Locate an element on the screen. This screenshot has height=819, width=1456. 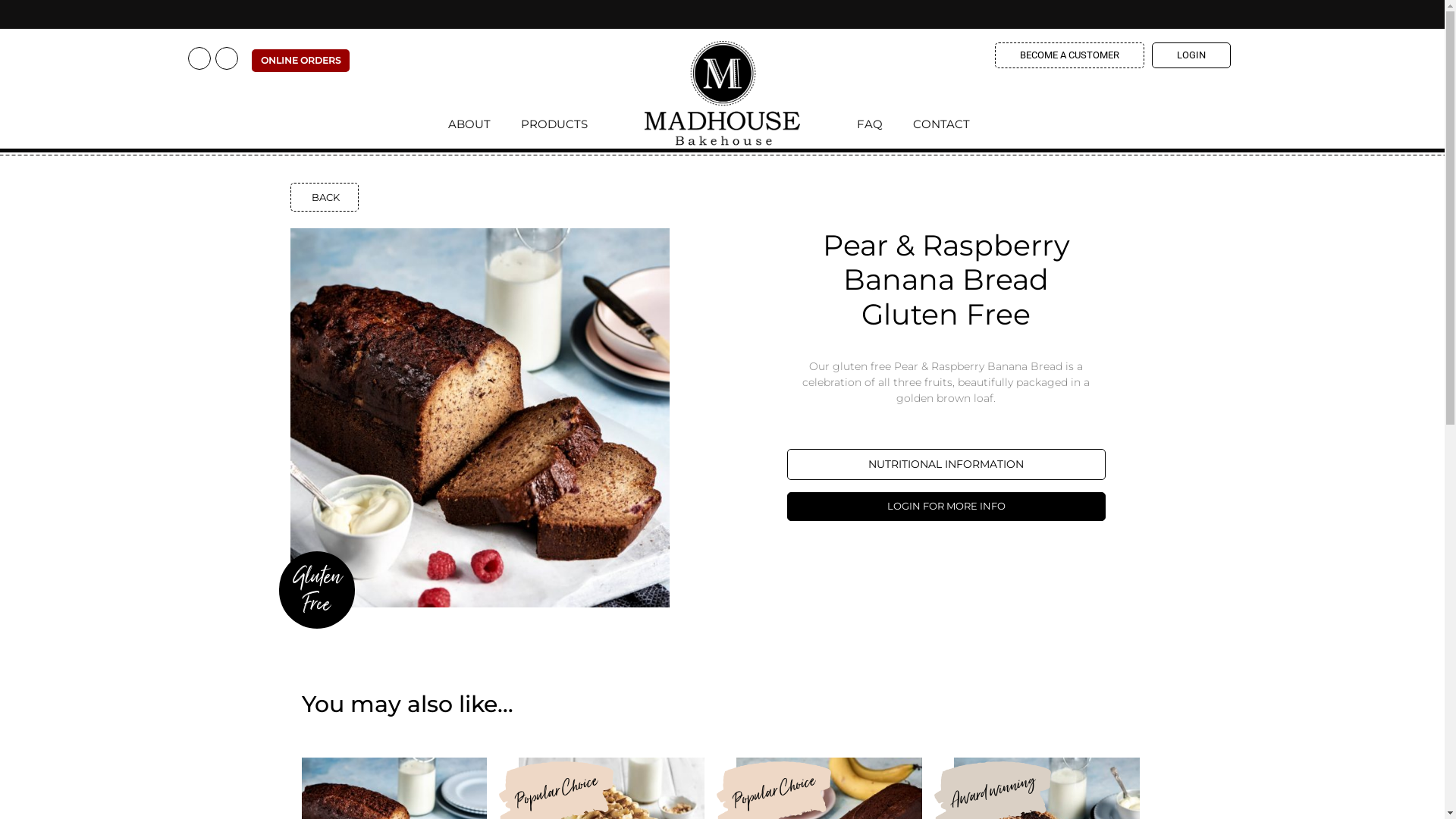
'NUTRITIONAL INFORMATION' is located at coordinates (945, 463).